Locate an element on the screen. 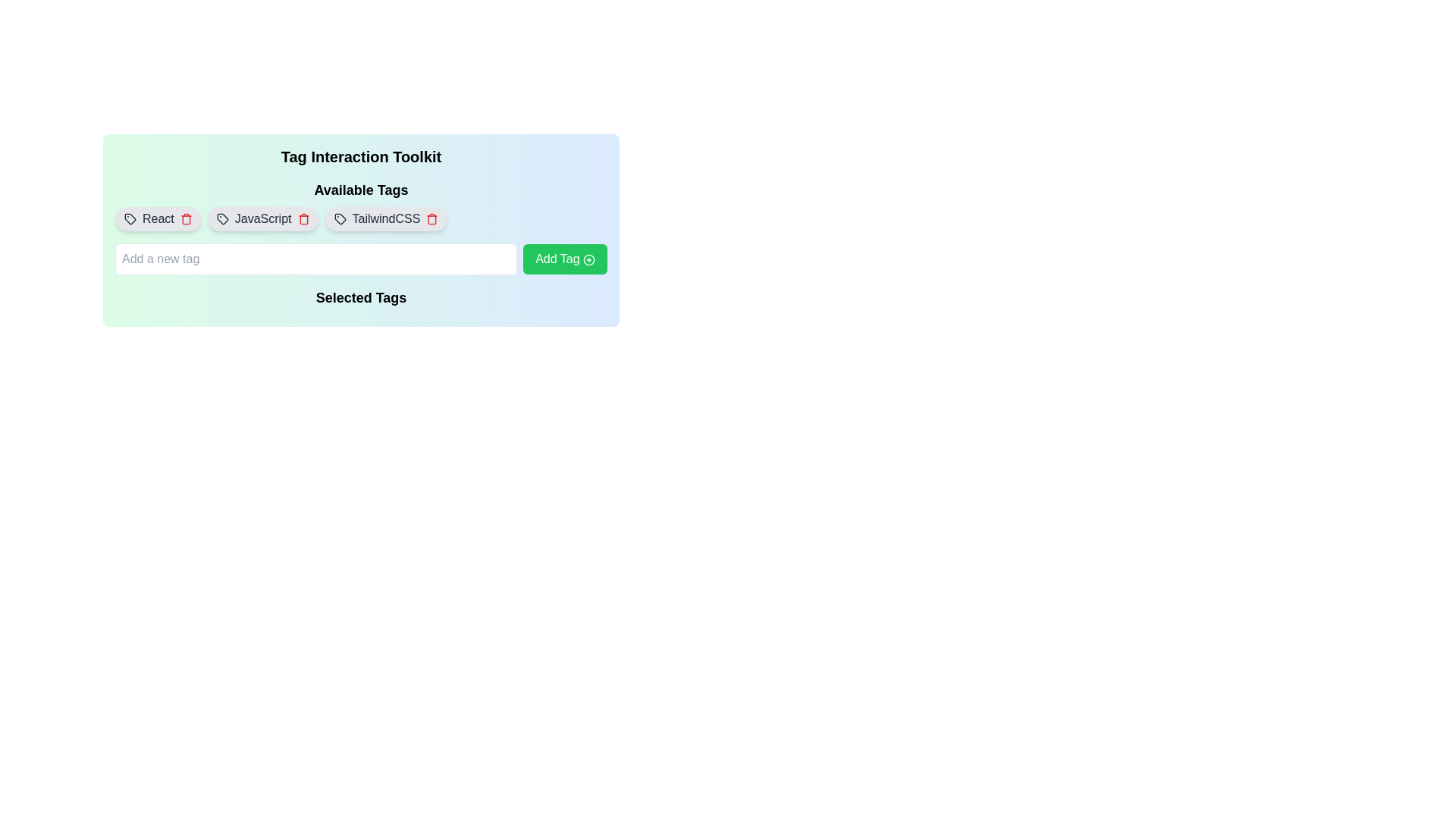 The width and height of the screenshot is (1456, 819). the trash icon on the Tag button labeled 'React' is located at coordinates (158, 219).